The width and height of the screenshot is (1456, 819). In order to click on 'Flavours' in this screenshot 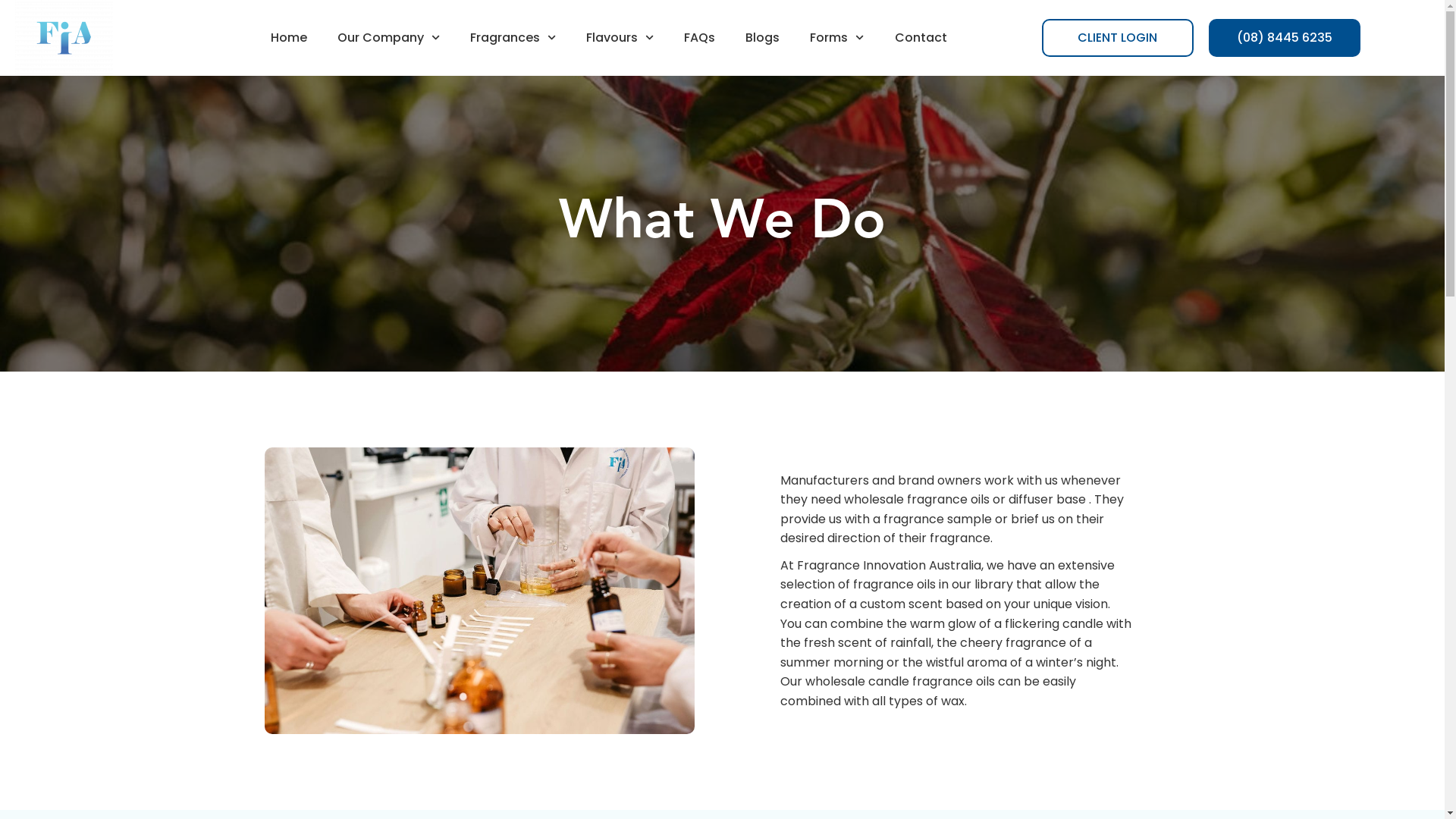, I will do `click(620, 37)`.